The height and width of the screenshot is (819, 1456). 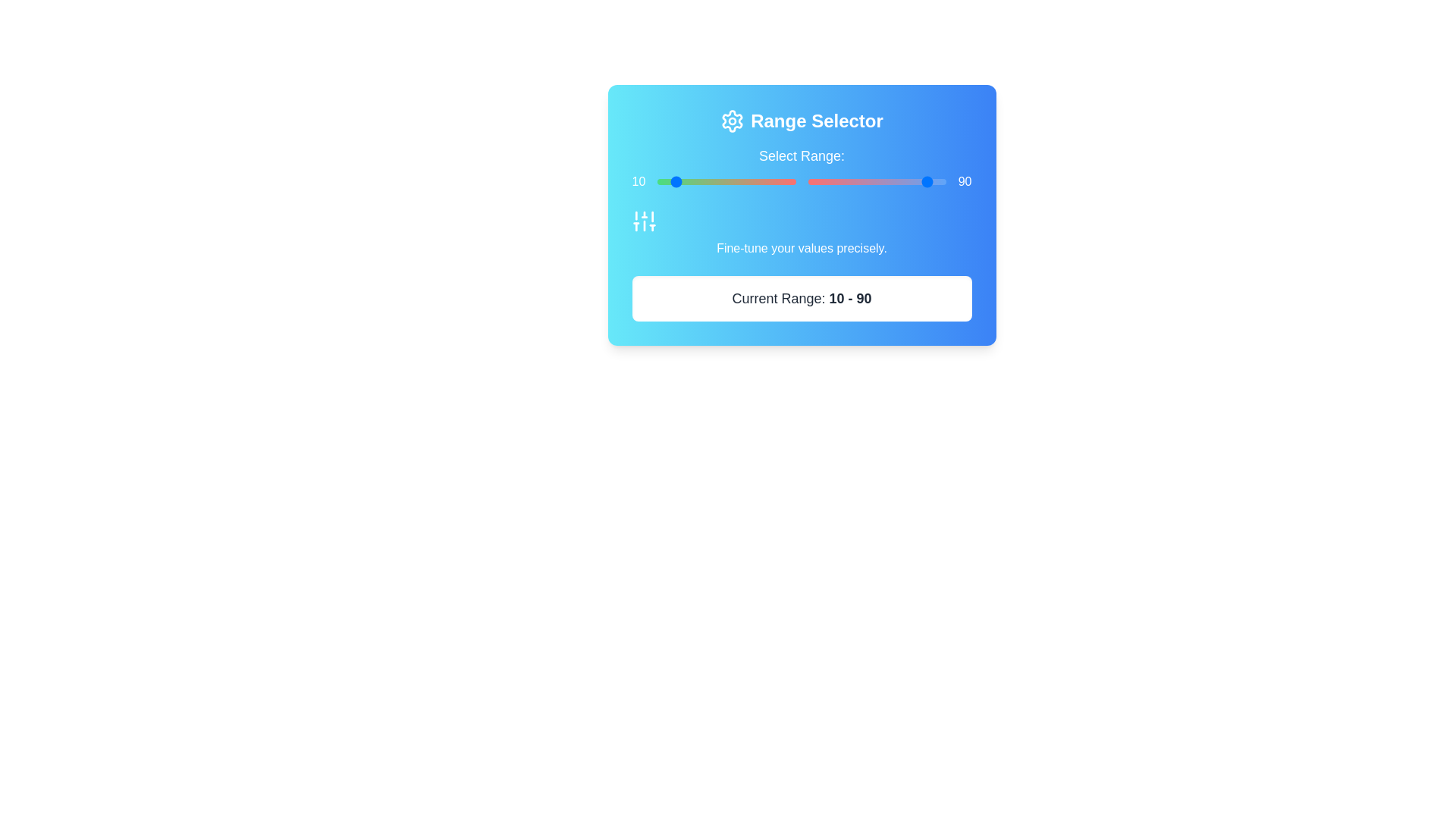 I want to click on the slider to set the value to 25, so click(x=730, y=180).